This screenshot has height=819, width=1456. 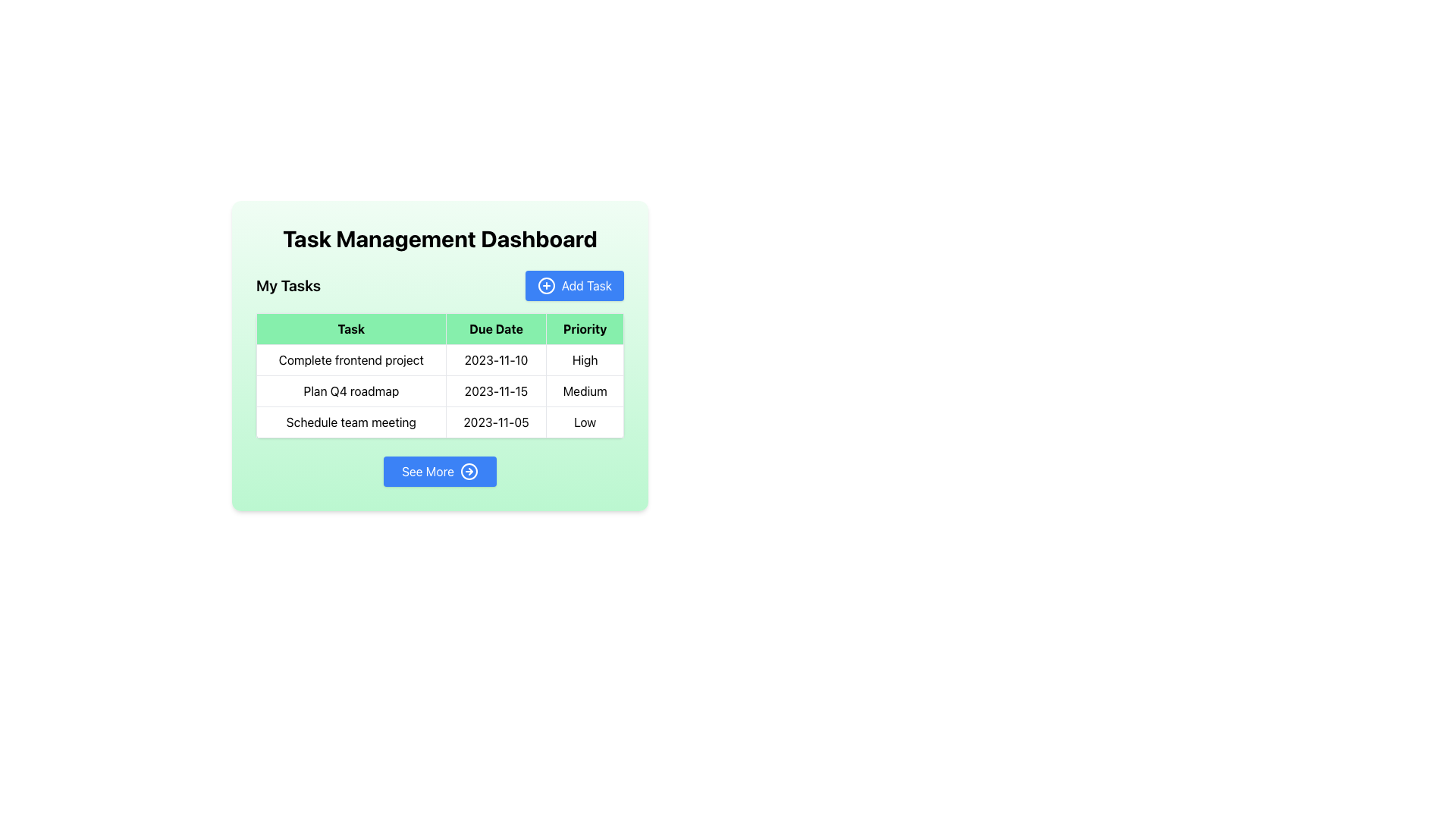 I want to click on the second row of the task table, which contains details for tracking tasks and is located beneath the 'Complete frontend project' row, so click(x=439, y=391).